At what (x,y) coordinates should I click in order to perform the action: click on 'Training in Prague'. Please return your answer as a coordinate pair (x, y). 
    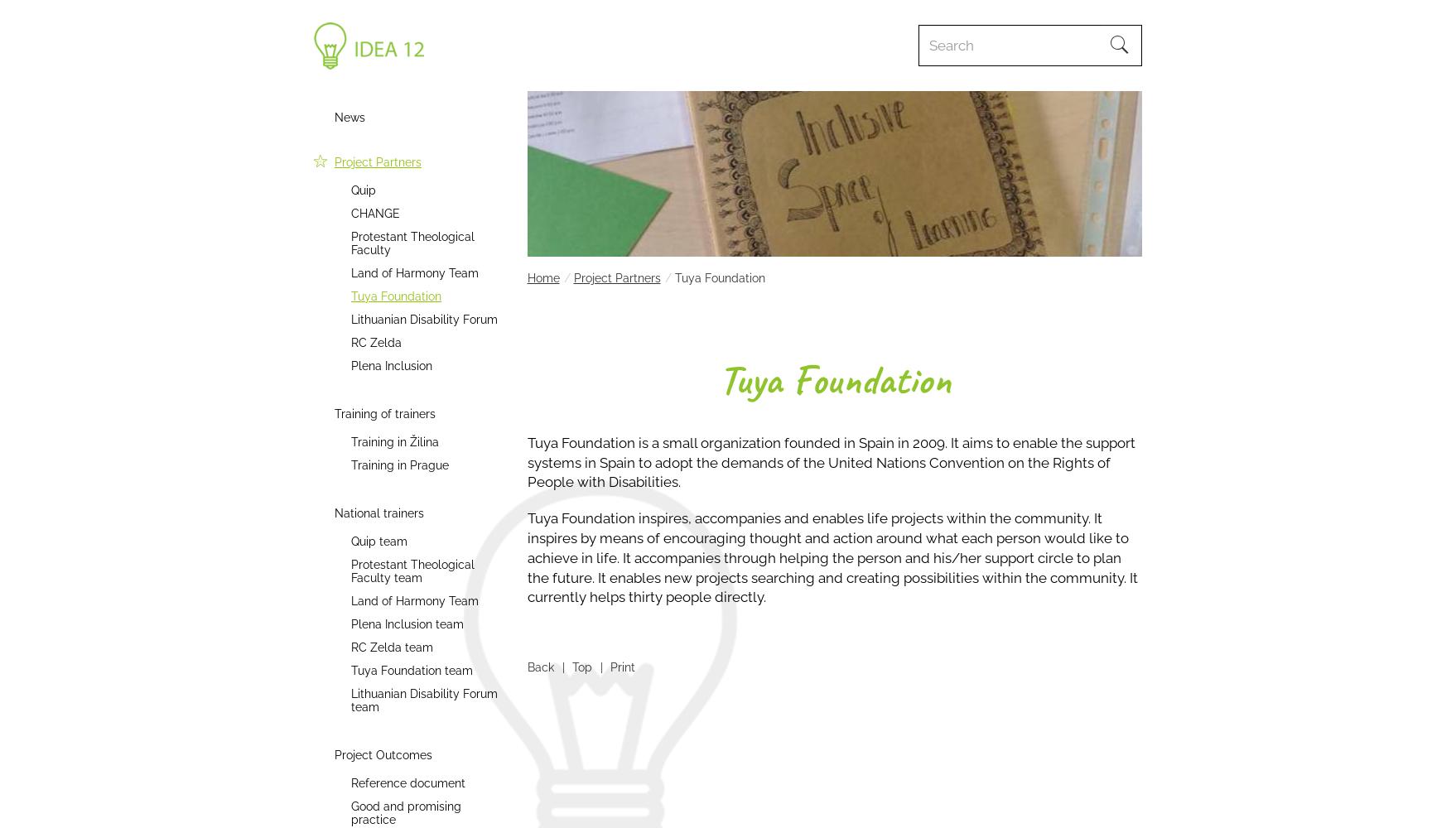
    Looking at the image, I should click on (398, 465).